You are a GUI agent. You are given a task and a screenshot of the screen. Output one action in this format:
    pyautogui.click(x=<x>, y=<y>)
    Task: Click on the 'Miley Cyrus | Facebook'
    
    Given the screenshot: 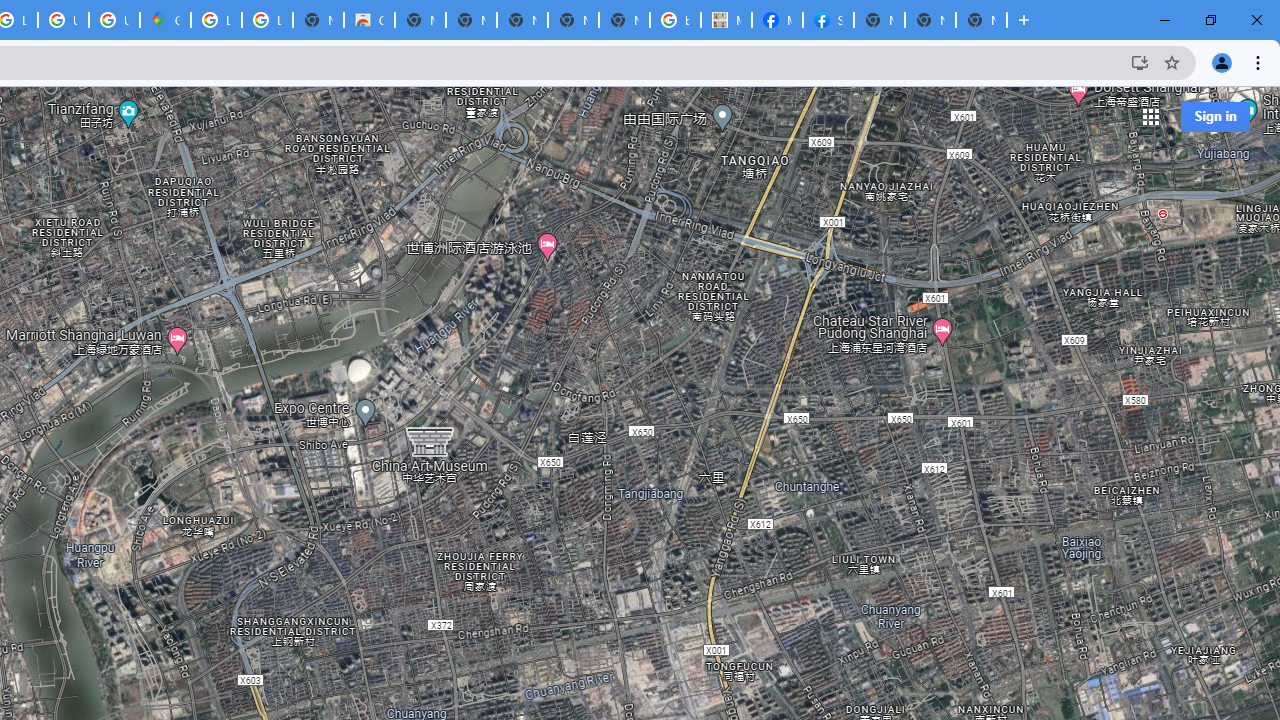 What is the action you would take?
    pyautogui.click(x=775, y=20)
    